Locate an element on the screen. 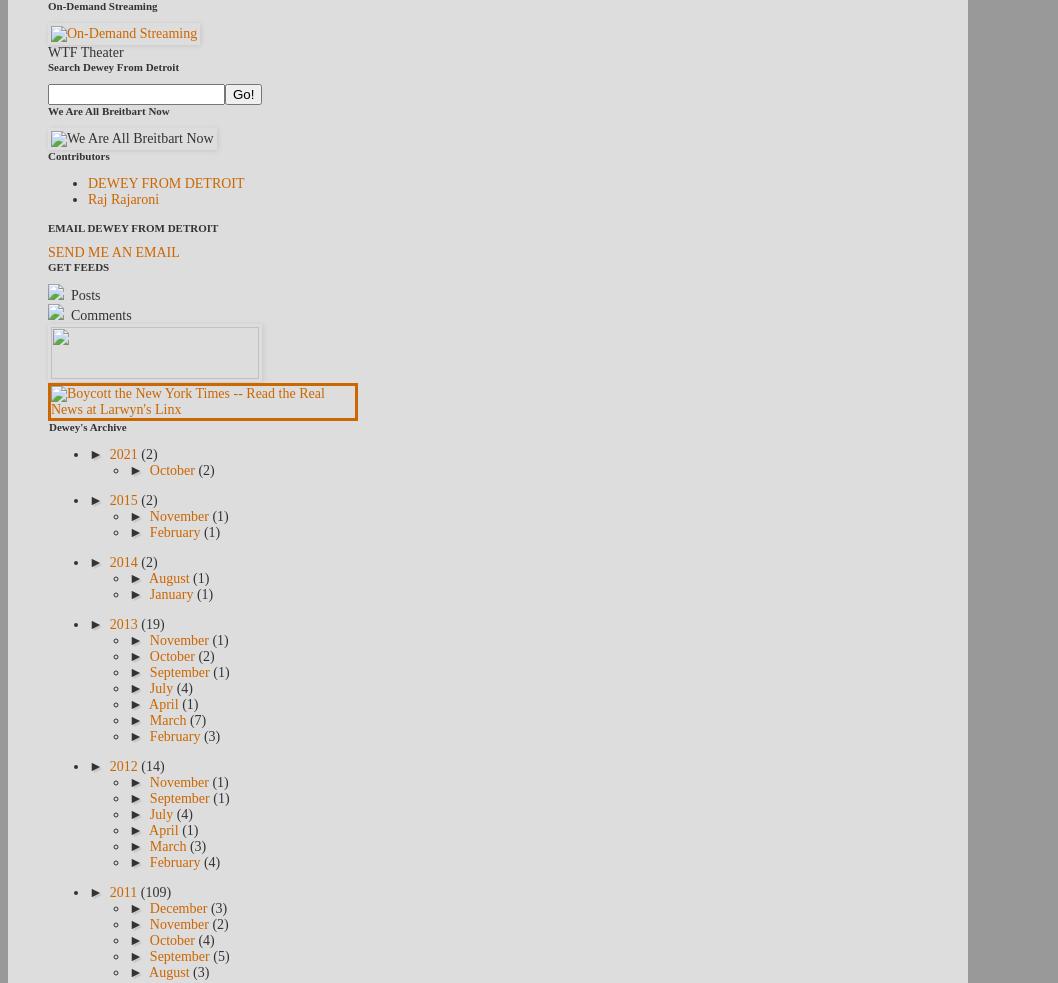 The height and width of the screenshot is (983, 1058). 'Raj Rajaroni' is located at coordinates (122, 199).